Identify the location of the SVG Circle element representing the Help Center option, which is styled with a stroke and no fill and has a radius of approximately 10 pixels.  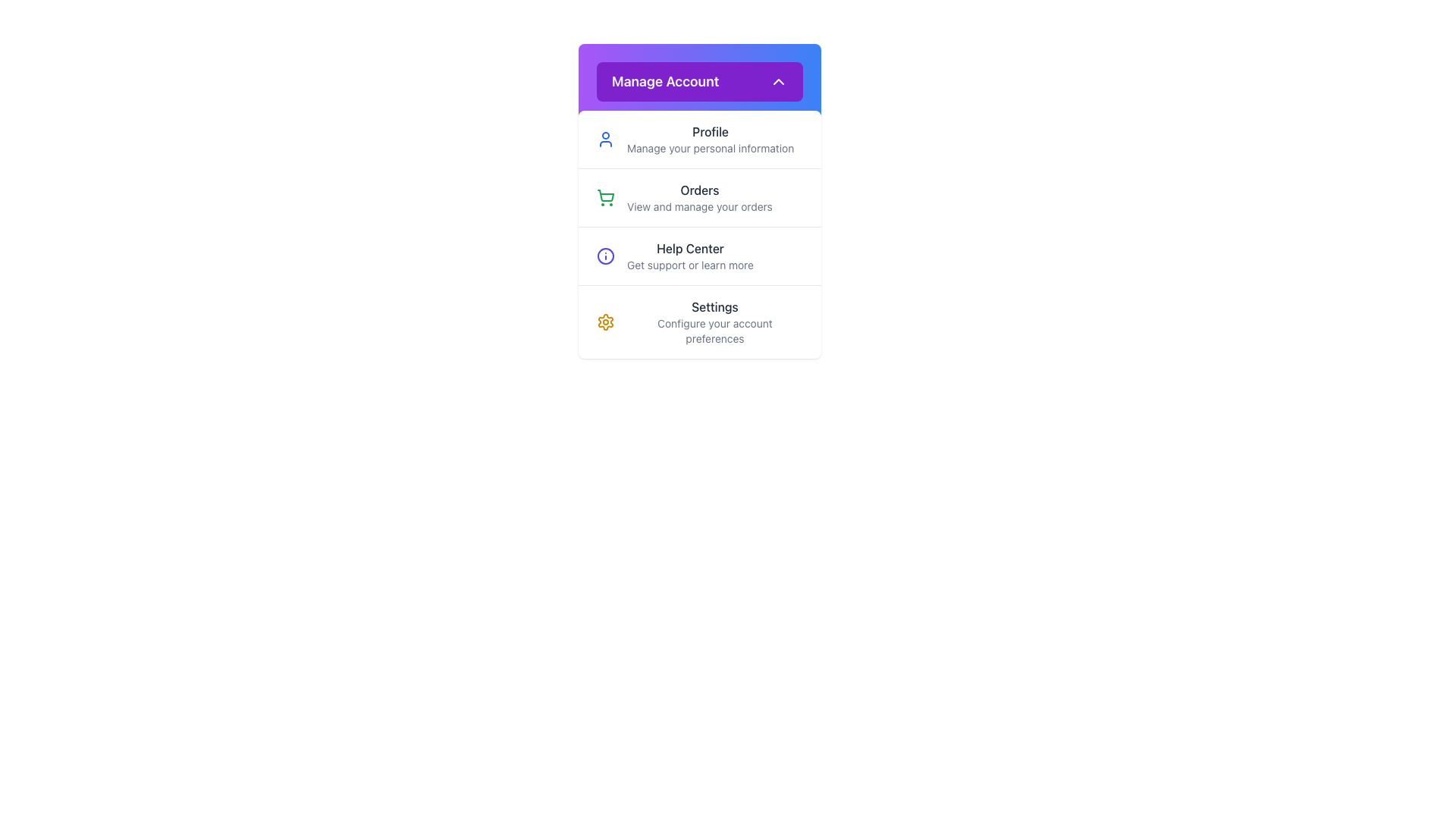
(604, 256).